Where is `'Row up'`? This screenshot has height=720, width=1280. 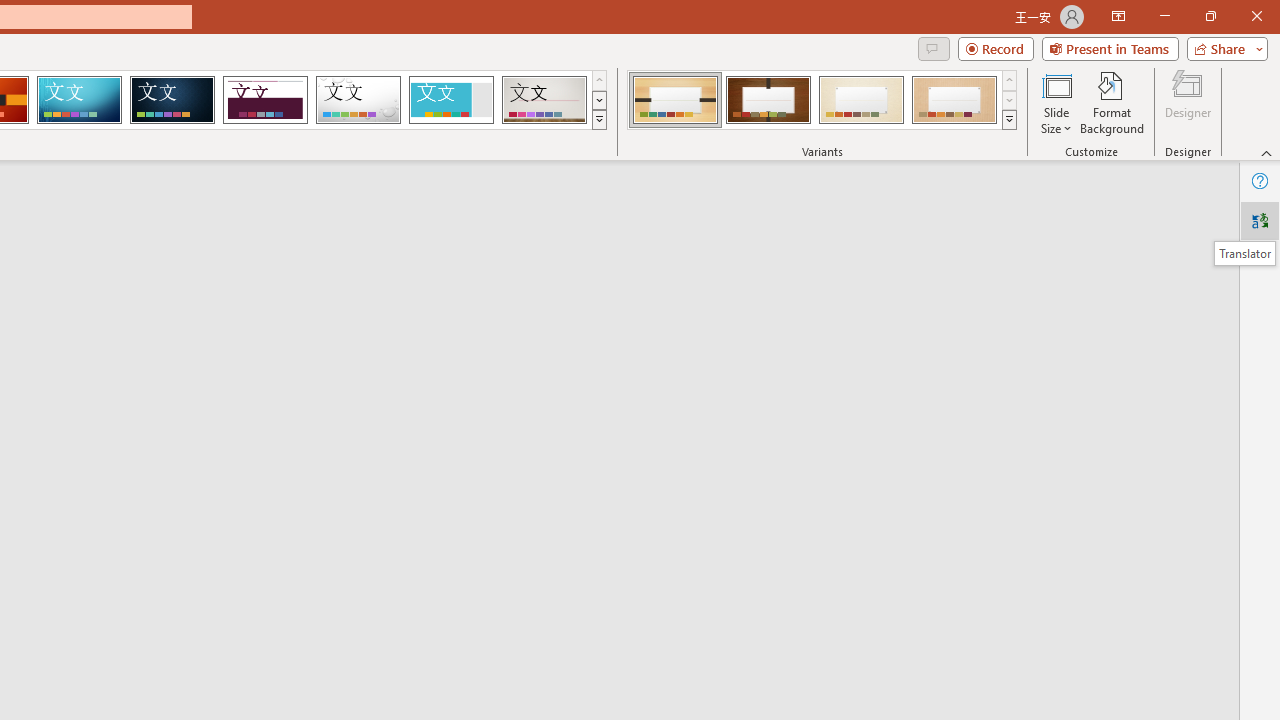 'Row up' is located at coordinates (1009, 79).